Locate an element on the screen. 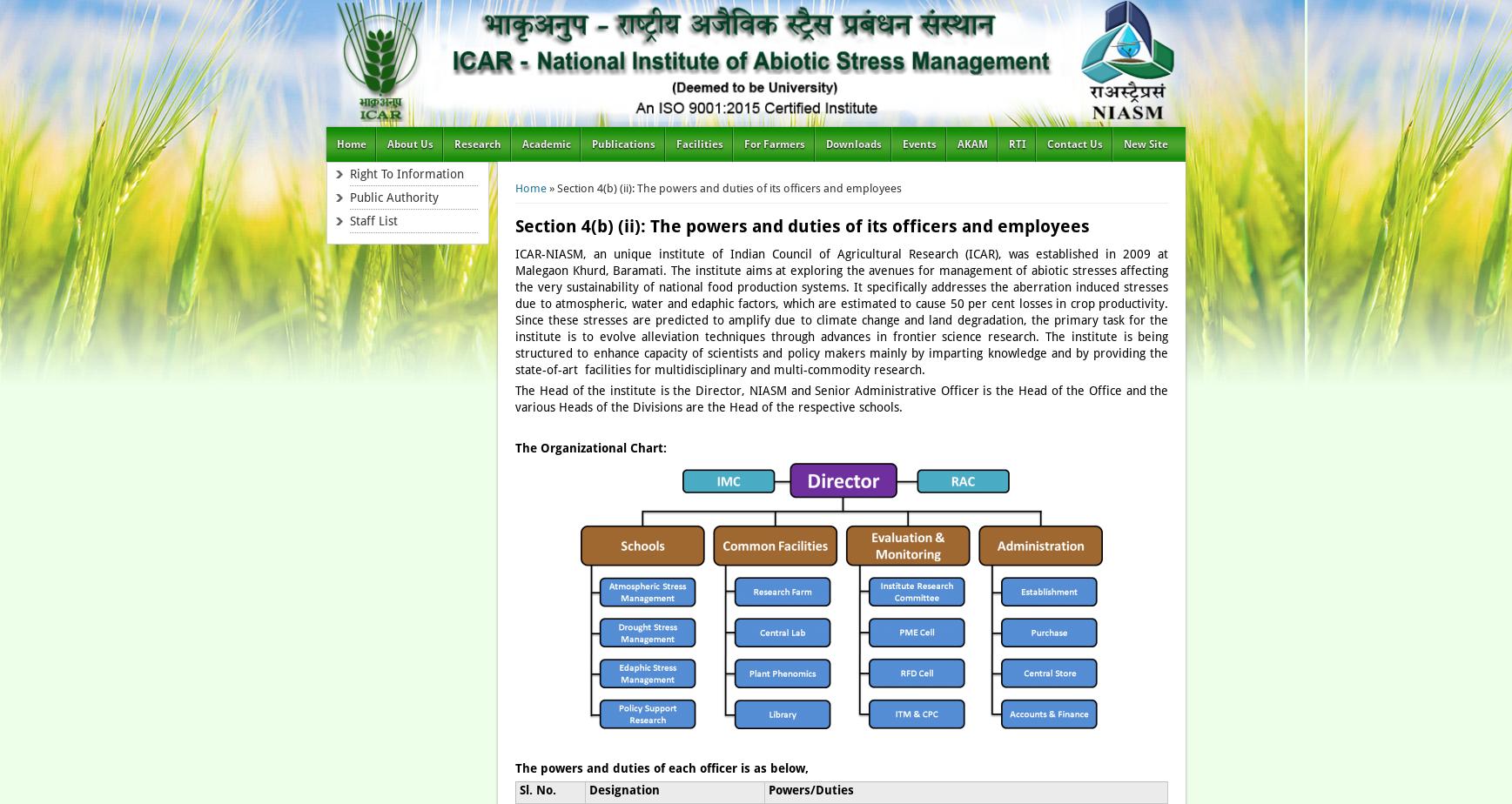 The height and width of the screenshot is (804, 1512). 'ICAR-NIASM, an unique institute of Indian Council of Agricultural Research (ICAR), was established in 2009 at Malegaon Khurd, Baramati. The institute aims at exploring the avenues for management of abiotic stresses affecting the very sustainability of national food production systems. It specifically addresses the aberration induced stresses due to atmospheric, water and edaphic factors, which are estimated to cause 50 per cent losses in crop productivity. Since these stresses are predicted to amplify due to climate change and land degradation, the primary task for the institute is to evolve alleviation techniques through advances in frontier science research. The institute is being structured to enhance capacity of scientists and policy makers mainly by imparting knowledge and by providing the state-of-art  facilities for multidisciplinary and multi-commodity research.' is located at coordinates (841, 311).